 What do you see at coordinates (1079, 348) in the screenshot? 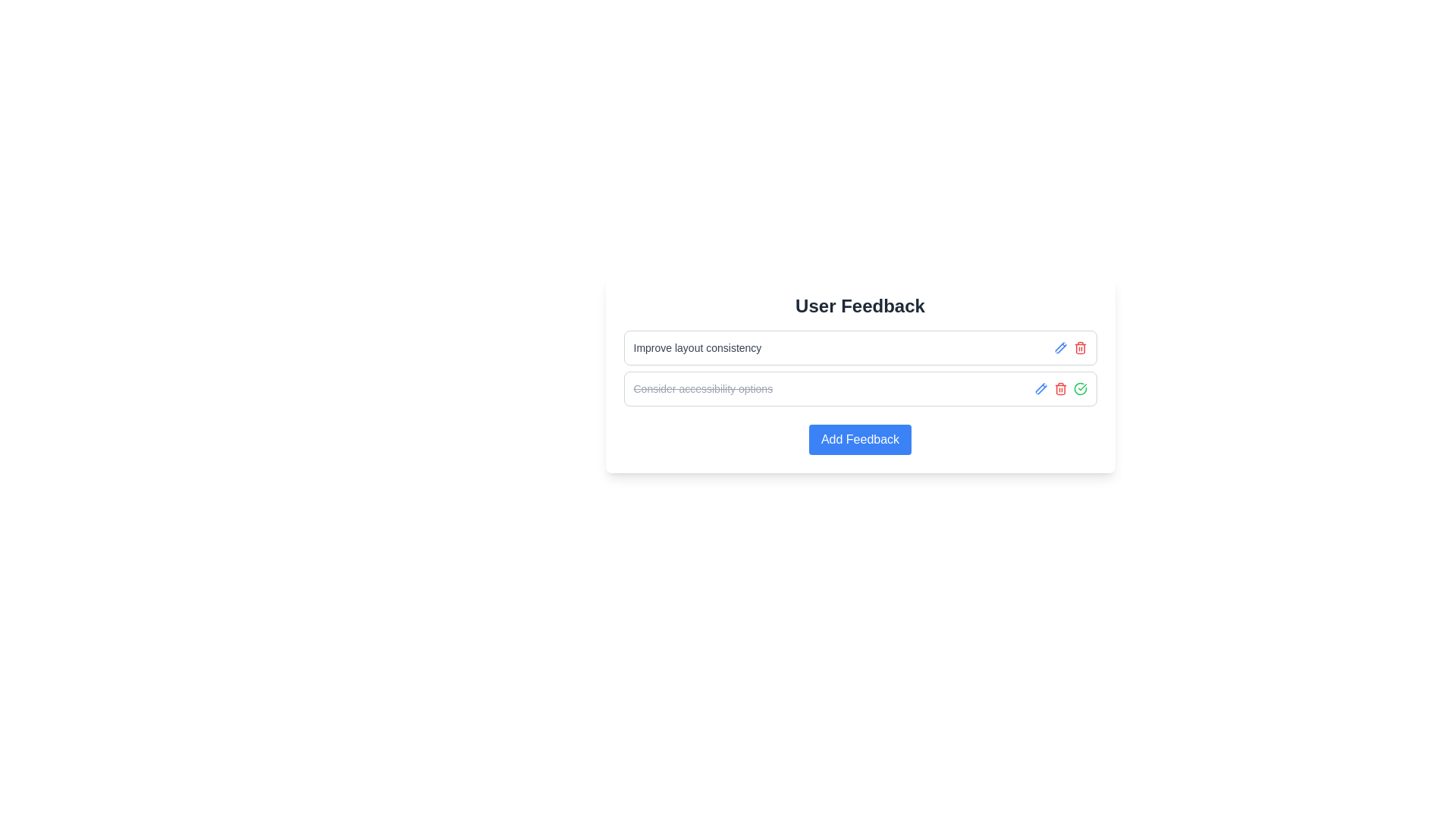
I see `the delete icon button located on the far-right among a group of icons` at bounding box center [1079, 348].